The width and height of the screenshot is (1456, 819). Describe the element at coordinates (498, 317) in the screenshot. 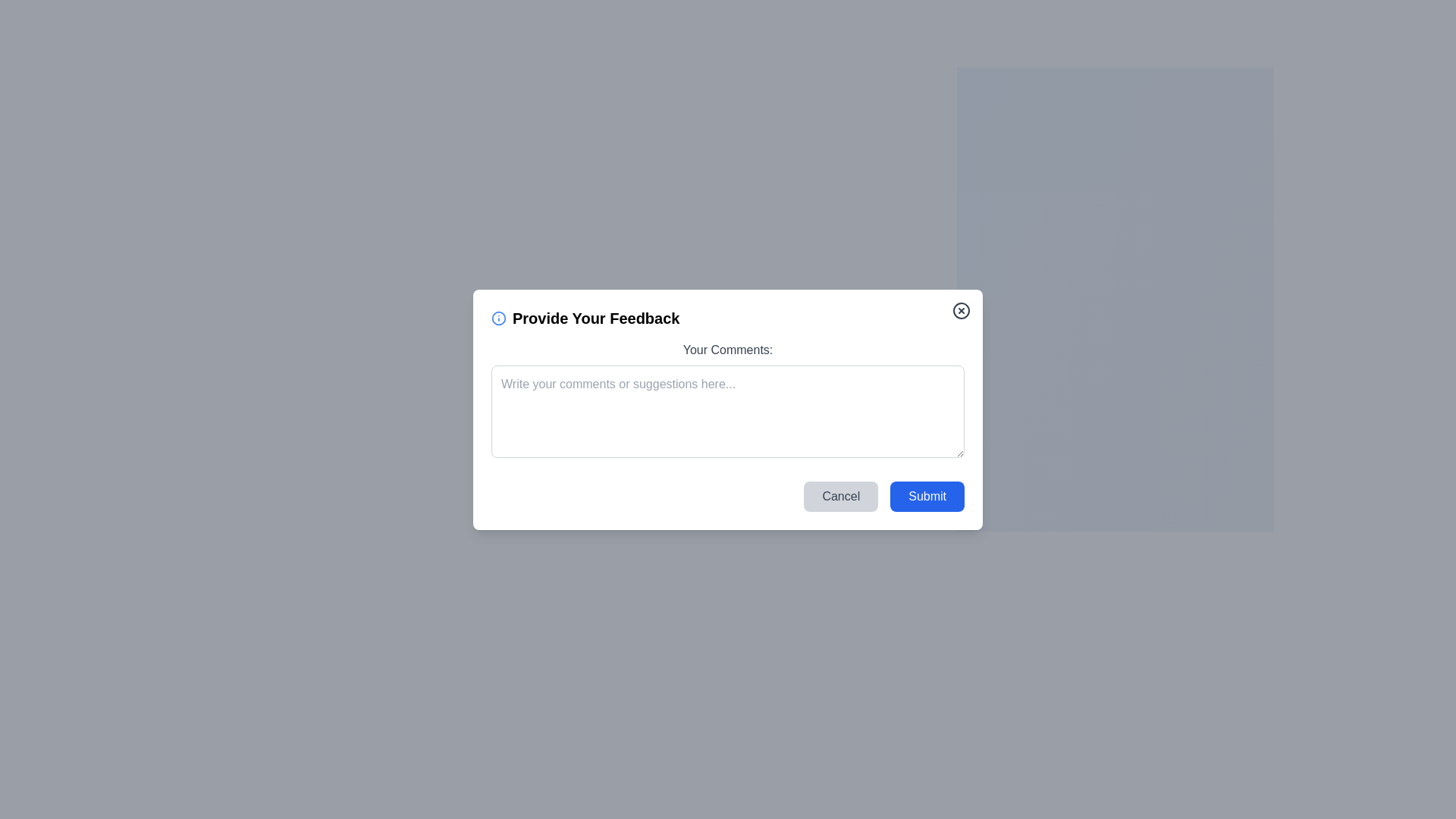

I see `the small circular information icon with a blue stroke located at the beginning of the header, to the left of the 'Provide Your Feedback' text` at that location.